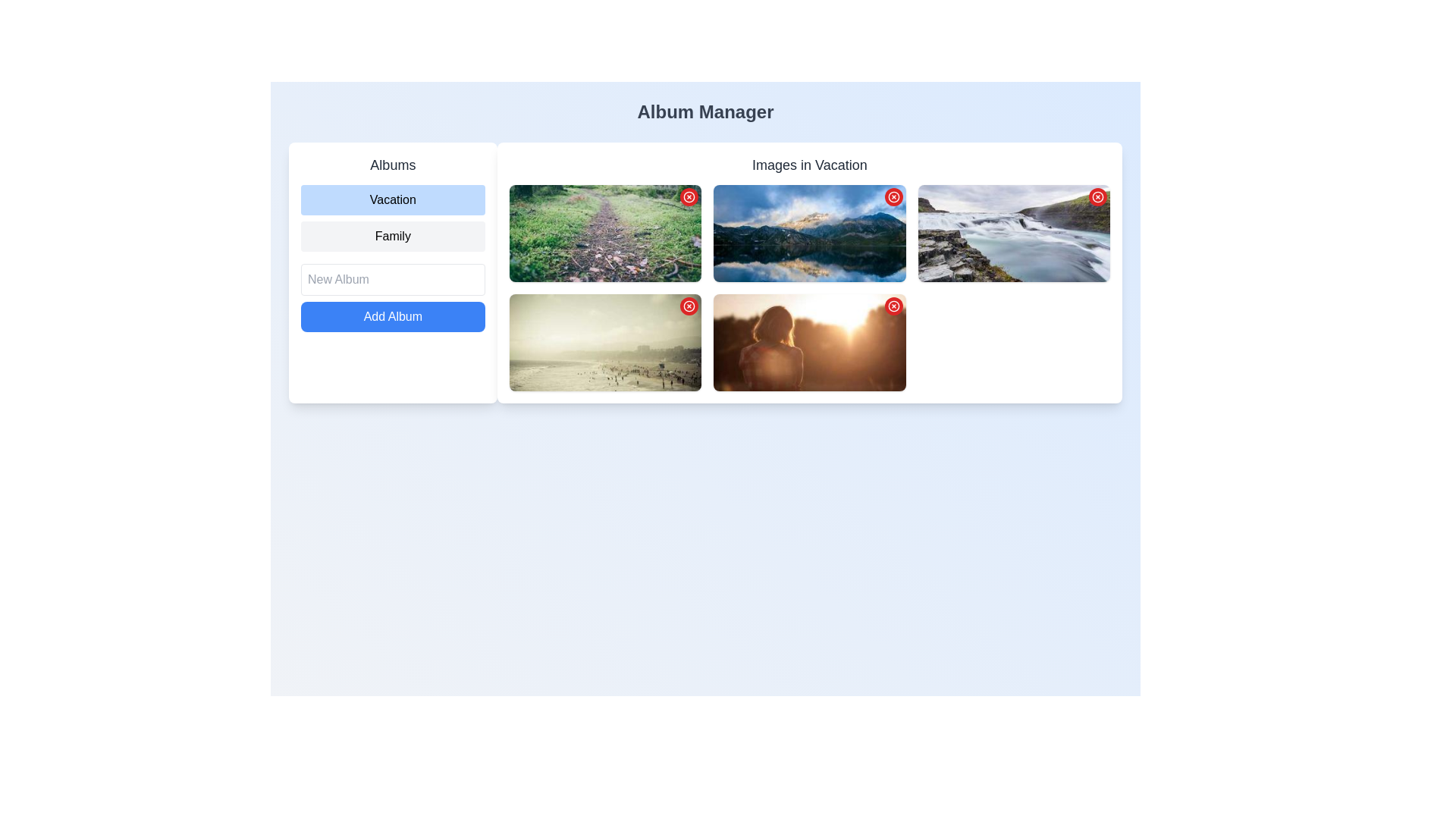 The width and height of the screenshot is (1456, 819). I want to click on the 'Vacation' section in the Grouped selectable items located in the left-side panel under the heading 'Albums', so click(393, 218).